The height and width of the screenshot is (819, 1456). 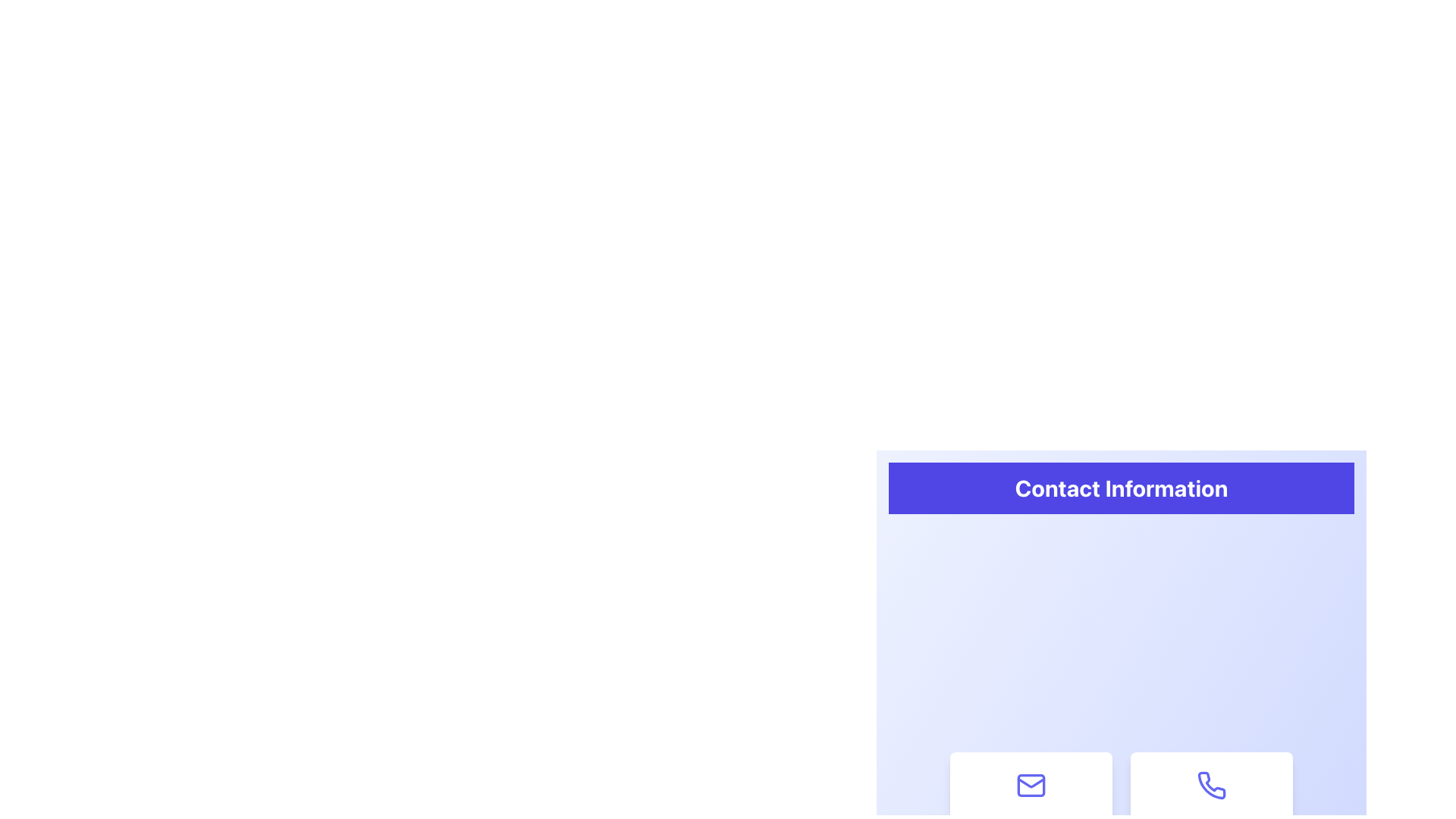 I want to click on the phone-related icon in the 'Contact Information' section, so click(x=1211, y=785).